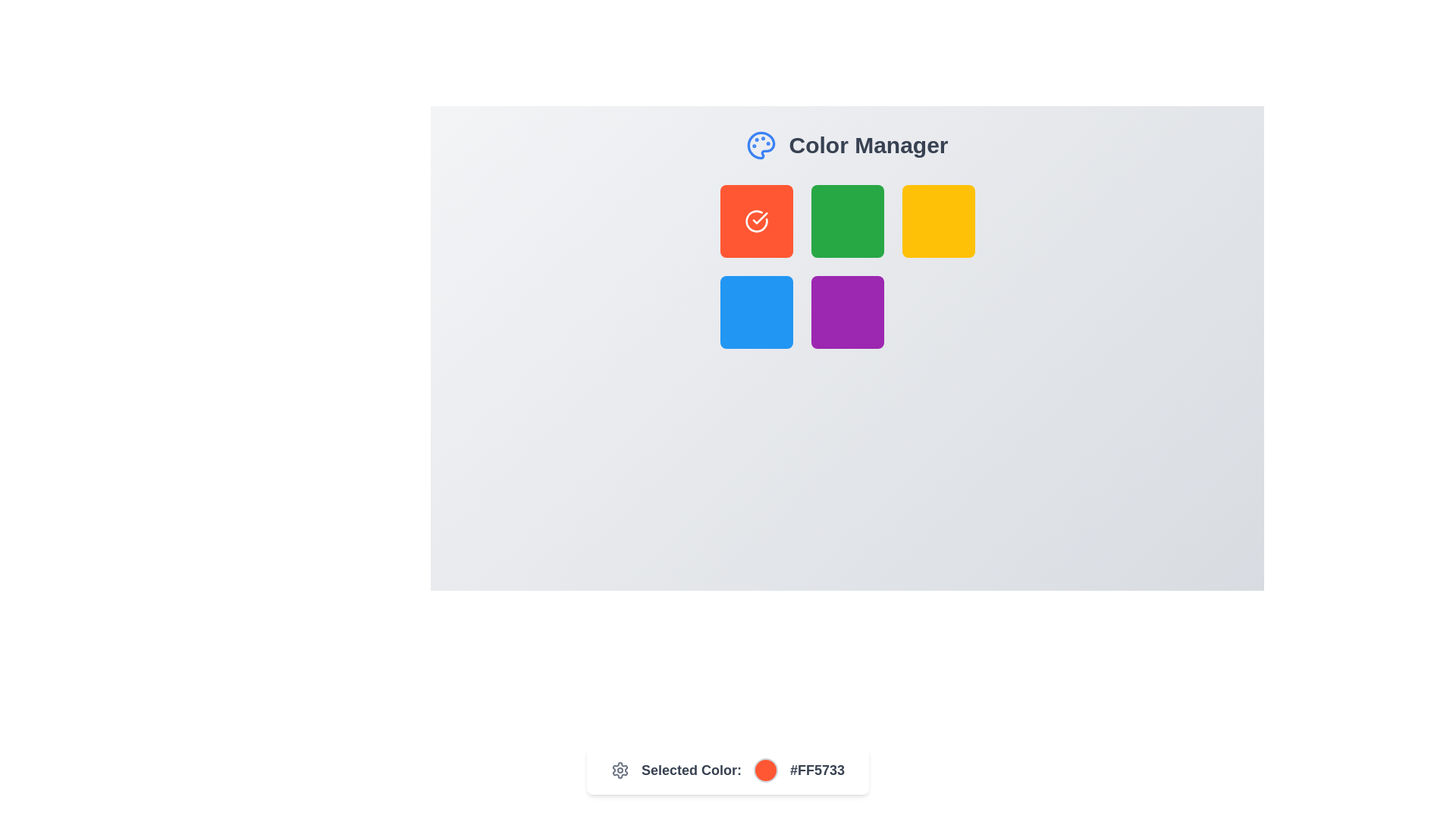 Image resolution: width=1456 pixels, height=819 pixels. I want to click on the decorative palette icon located at the top of the interface, to the left of the 'Color Manager' label, which symbolizes the theme of the application, so click(761, 146).